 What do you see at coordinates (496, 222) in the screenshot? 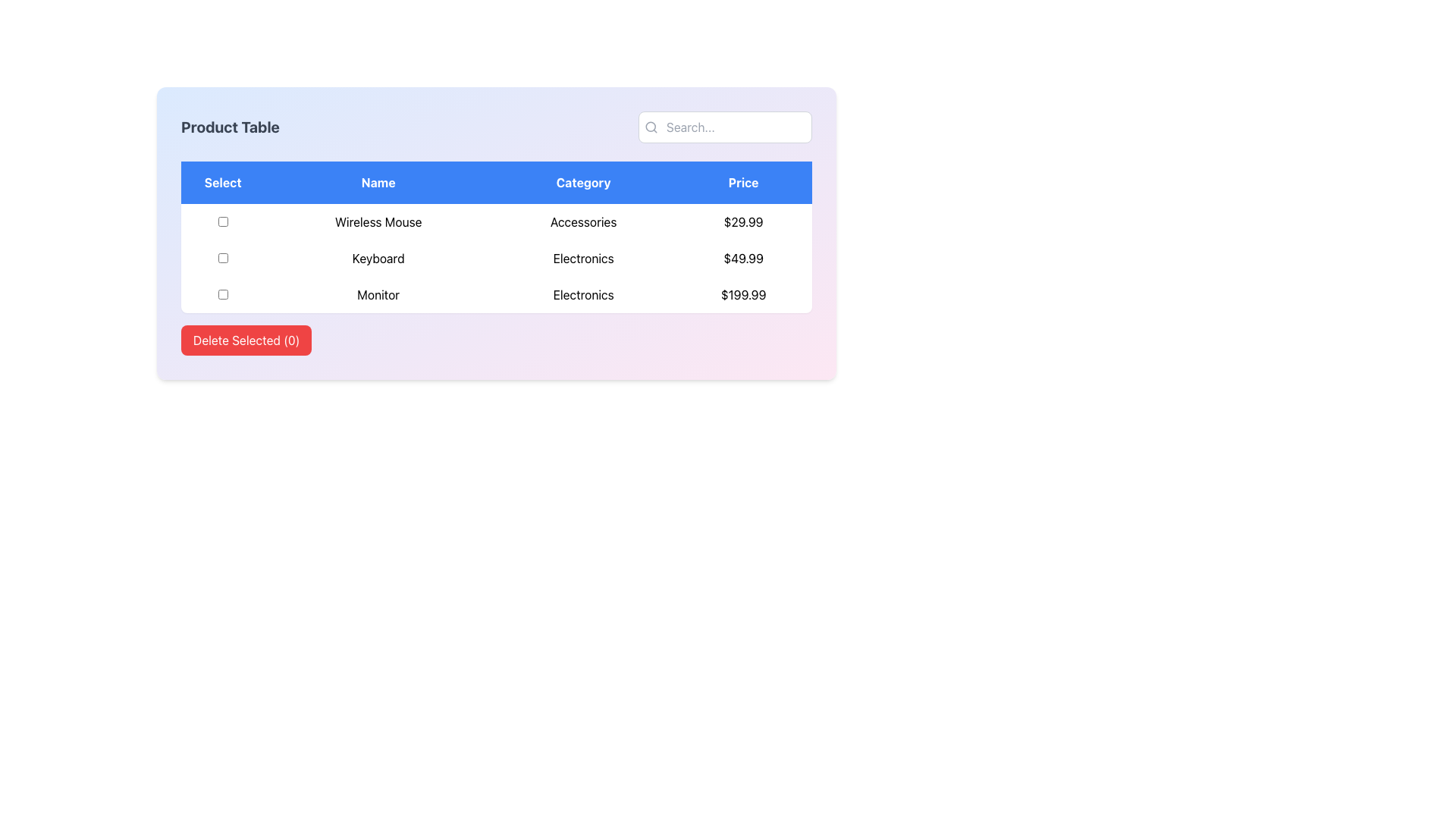
I see `the product entry in the first row of the table that includes information about its name, category, and price` at bounding box center [496, 222].